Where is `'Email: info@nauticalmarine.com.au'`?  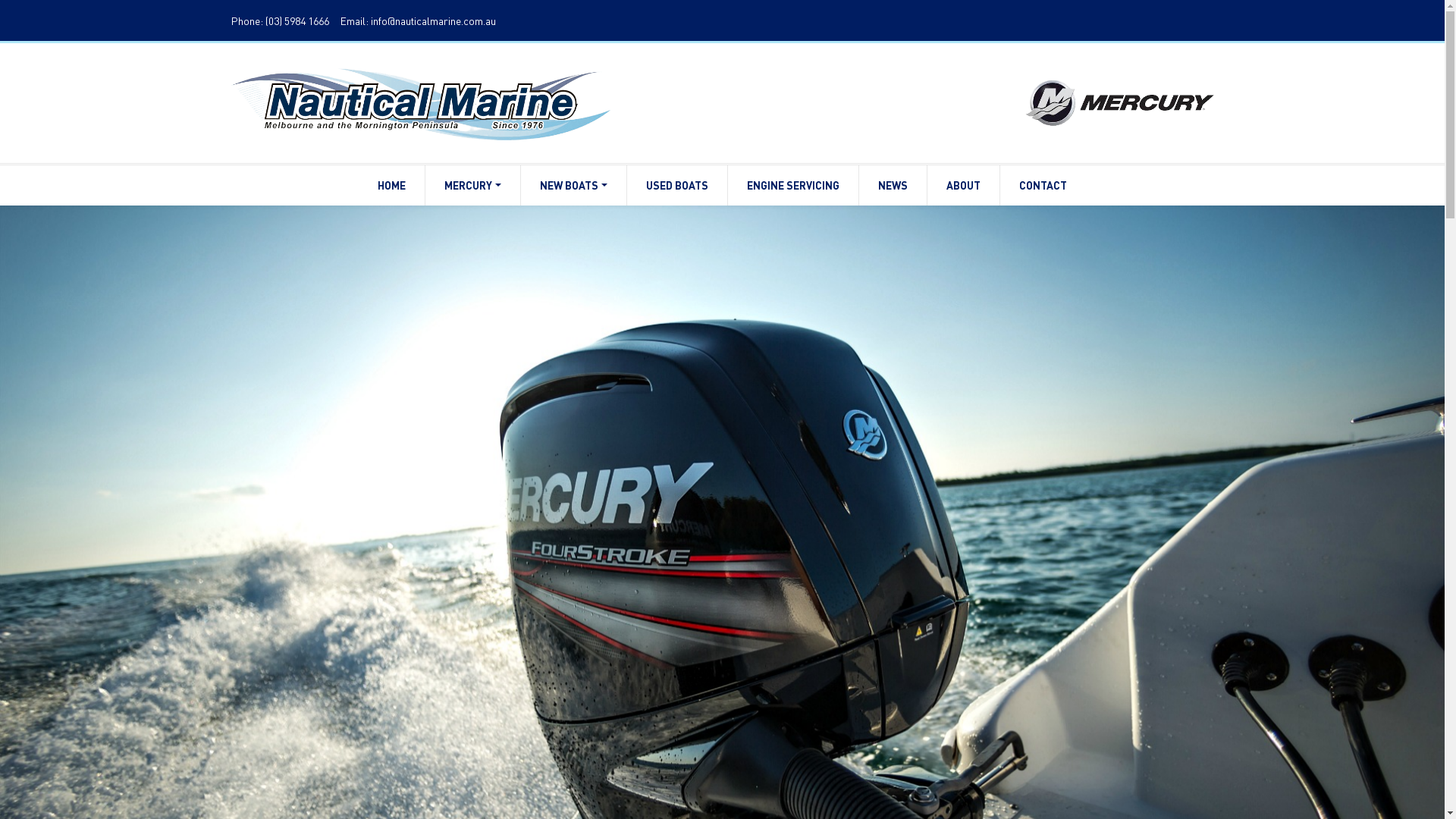
'Email: info@nauticalmarine.com.au' is located at coordinates (417, 20).